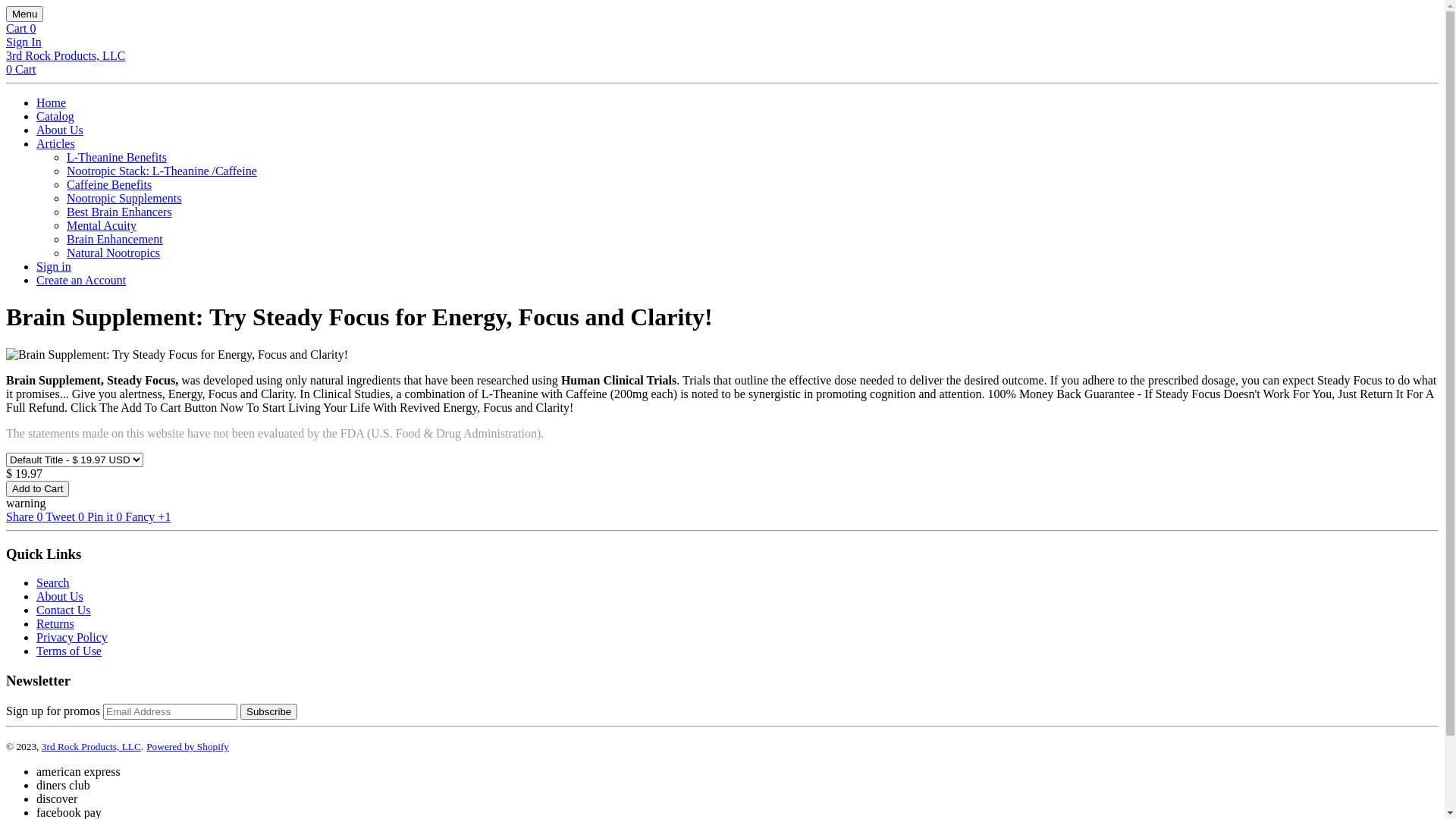 The image size is (1456, 819). Describe the element at coordinates (164, 516) in the screenshot. I see `'+1'` at that location.